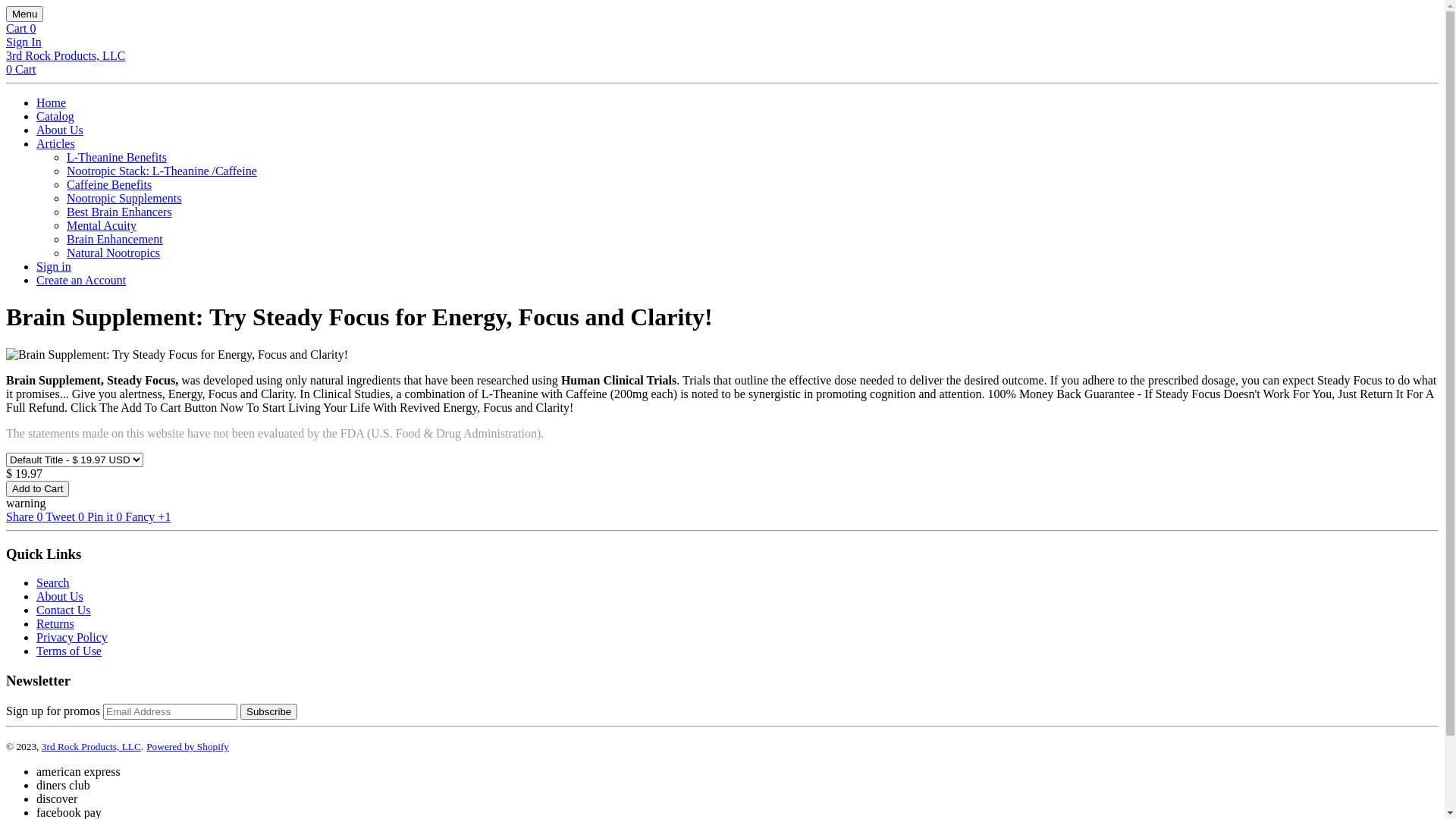 The image size is (1456, 819). Describe the element at coordinates (164, 516) in the screenshot. I see `'+1'` at that location.